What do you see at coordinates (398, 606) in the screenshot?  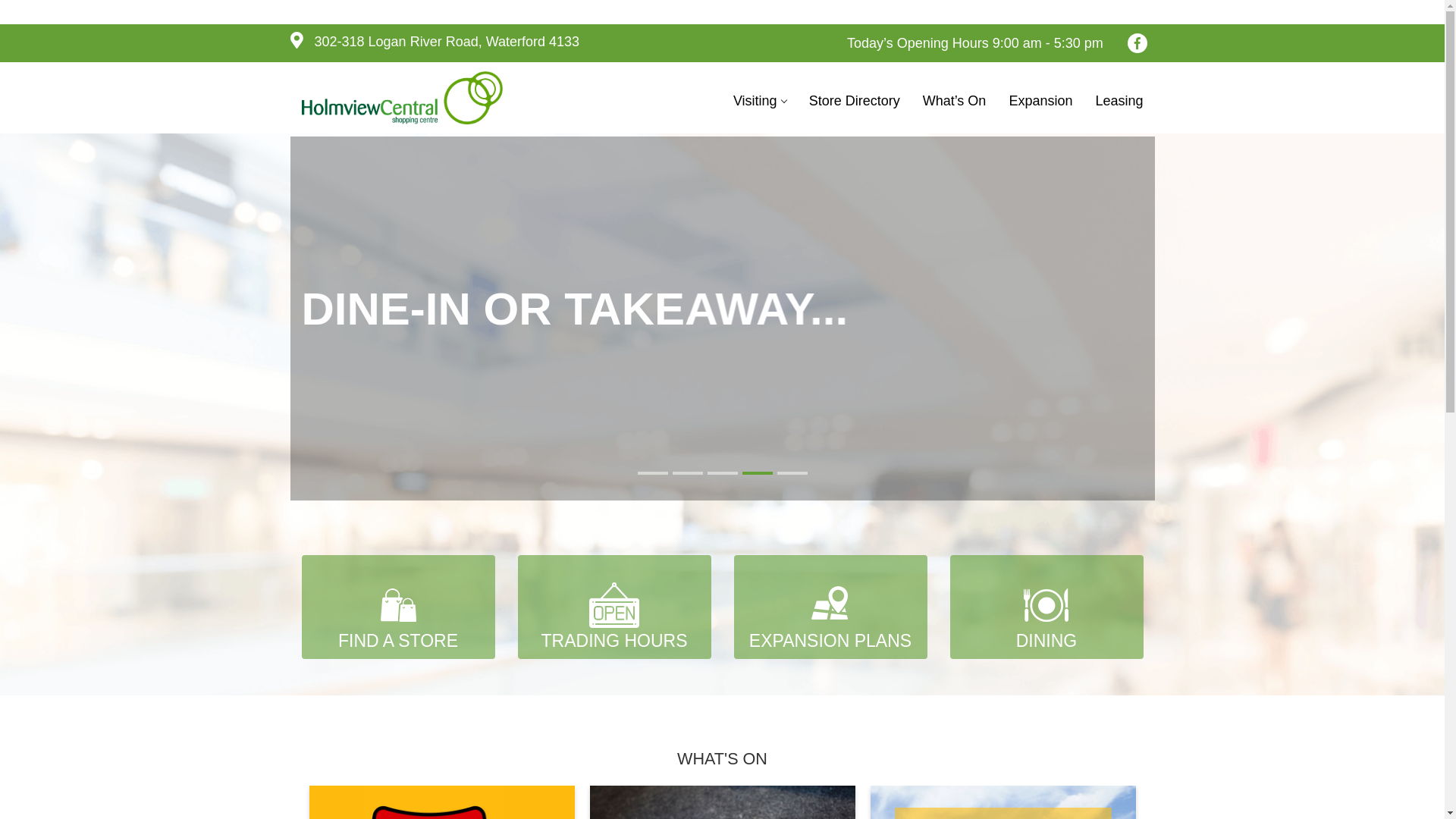 I see `'FIND A STORE'` at bounding box center [398, 606].